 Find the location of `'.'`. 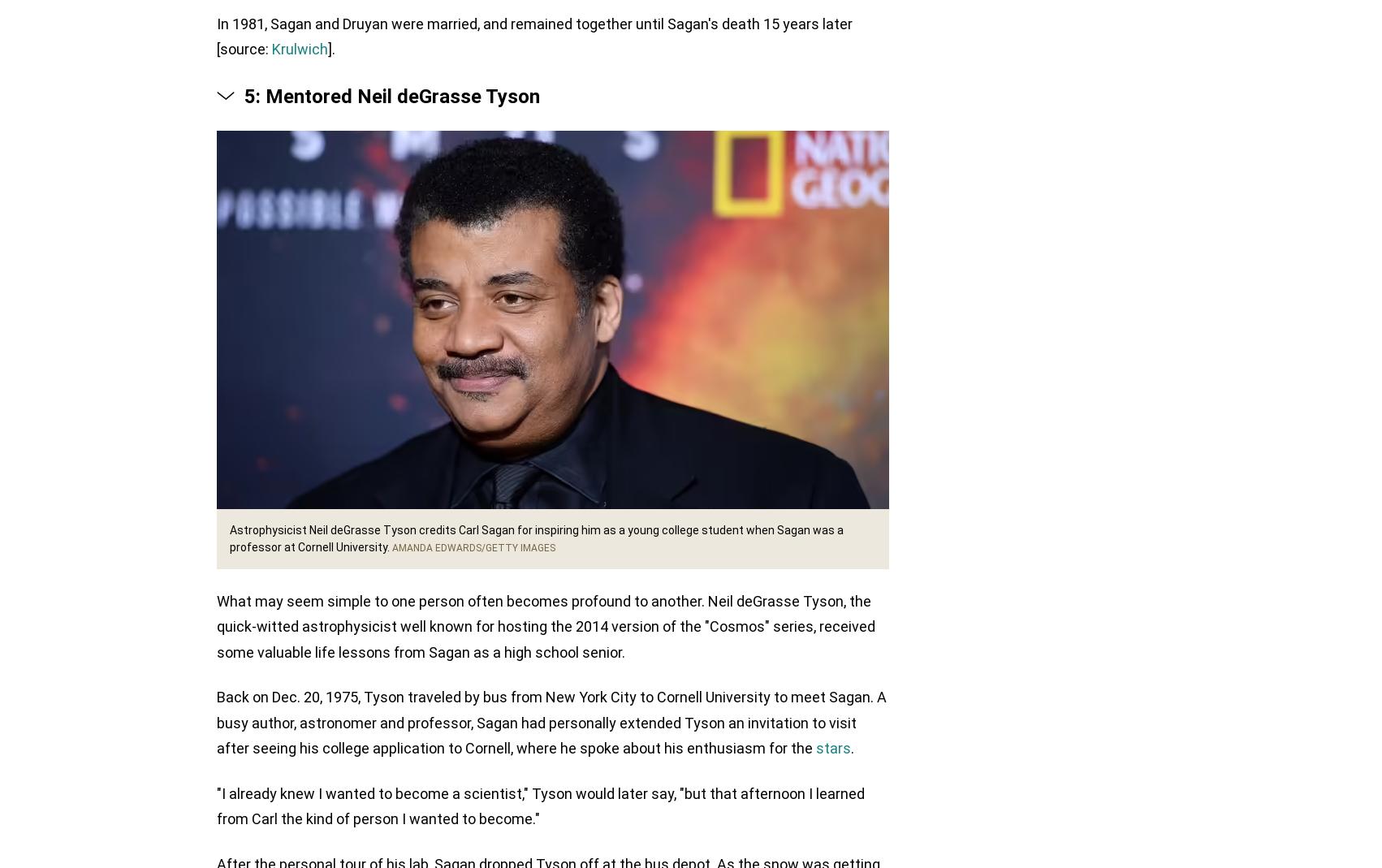

'.' is located at coordinates (851, 749).